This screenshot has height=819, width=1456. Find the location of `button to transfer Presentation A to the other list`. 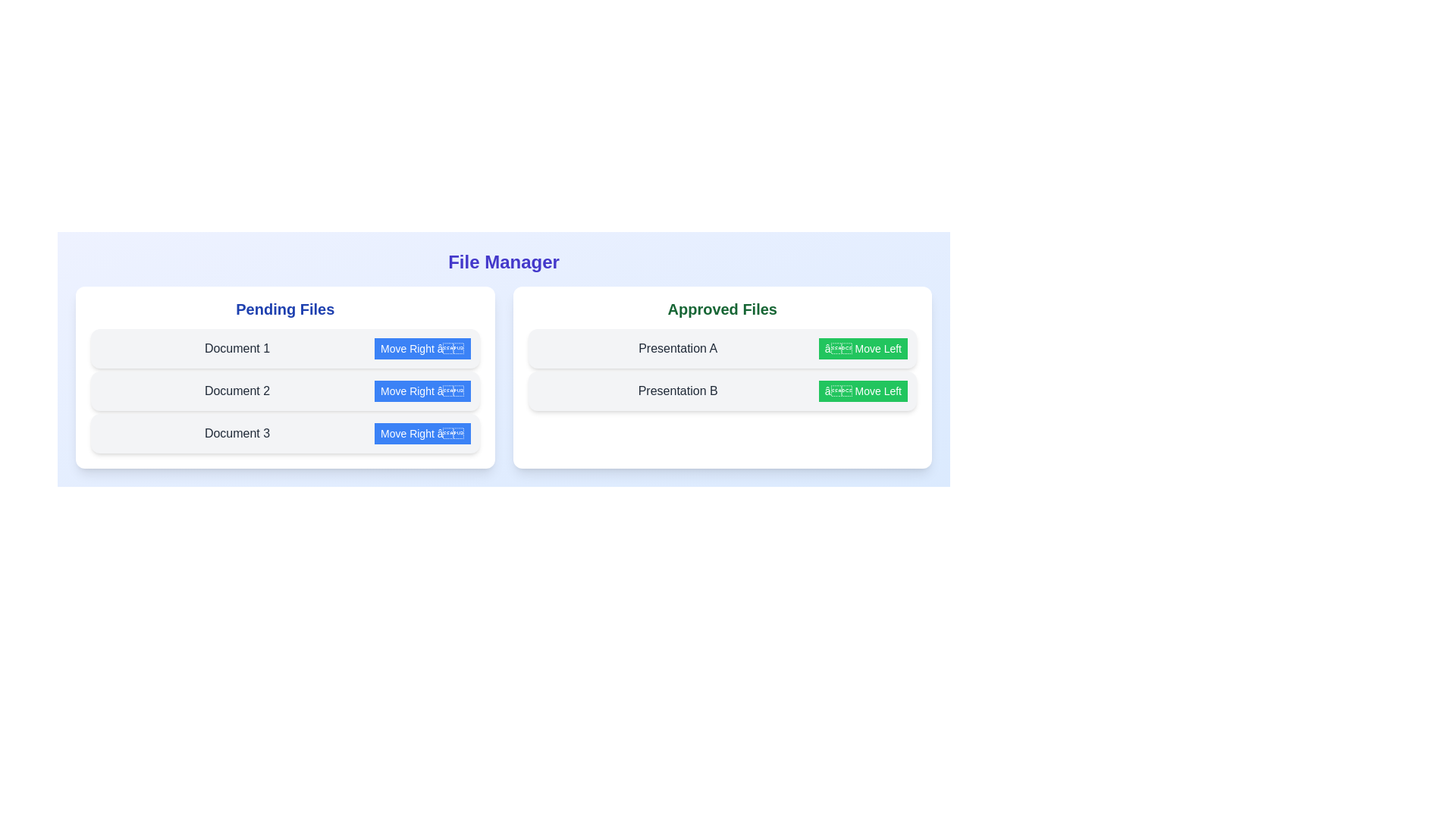

button to transfer Presentation A to the other list is located at coordinates (863, 348).